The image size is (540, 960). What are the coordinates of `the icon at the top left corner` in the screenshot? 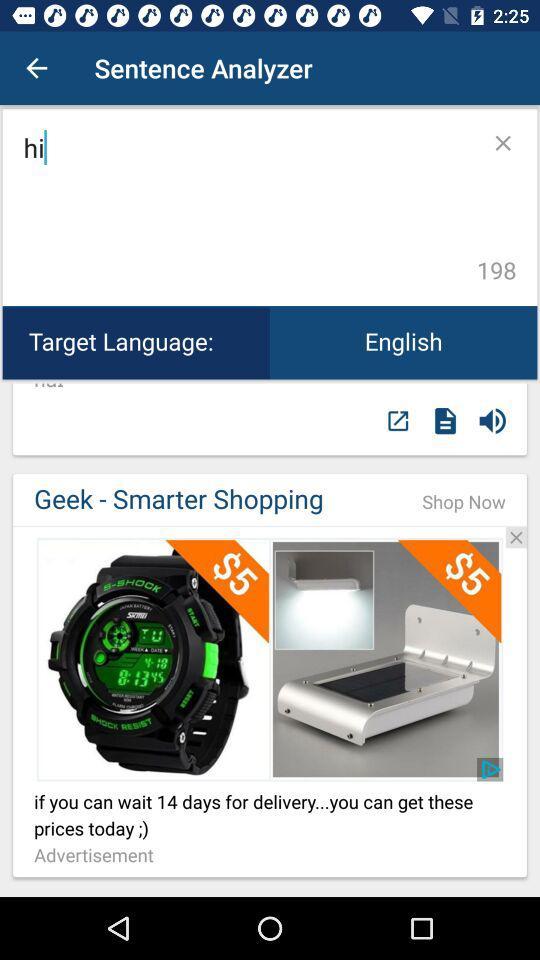 It's located at (36, 68).